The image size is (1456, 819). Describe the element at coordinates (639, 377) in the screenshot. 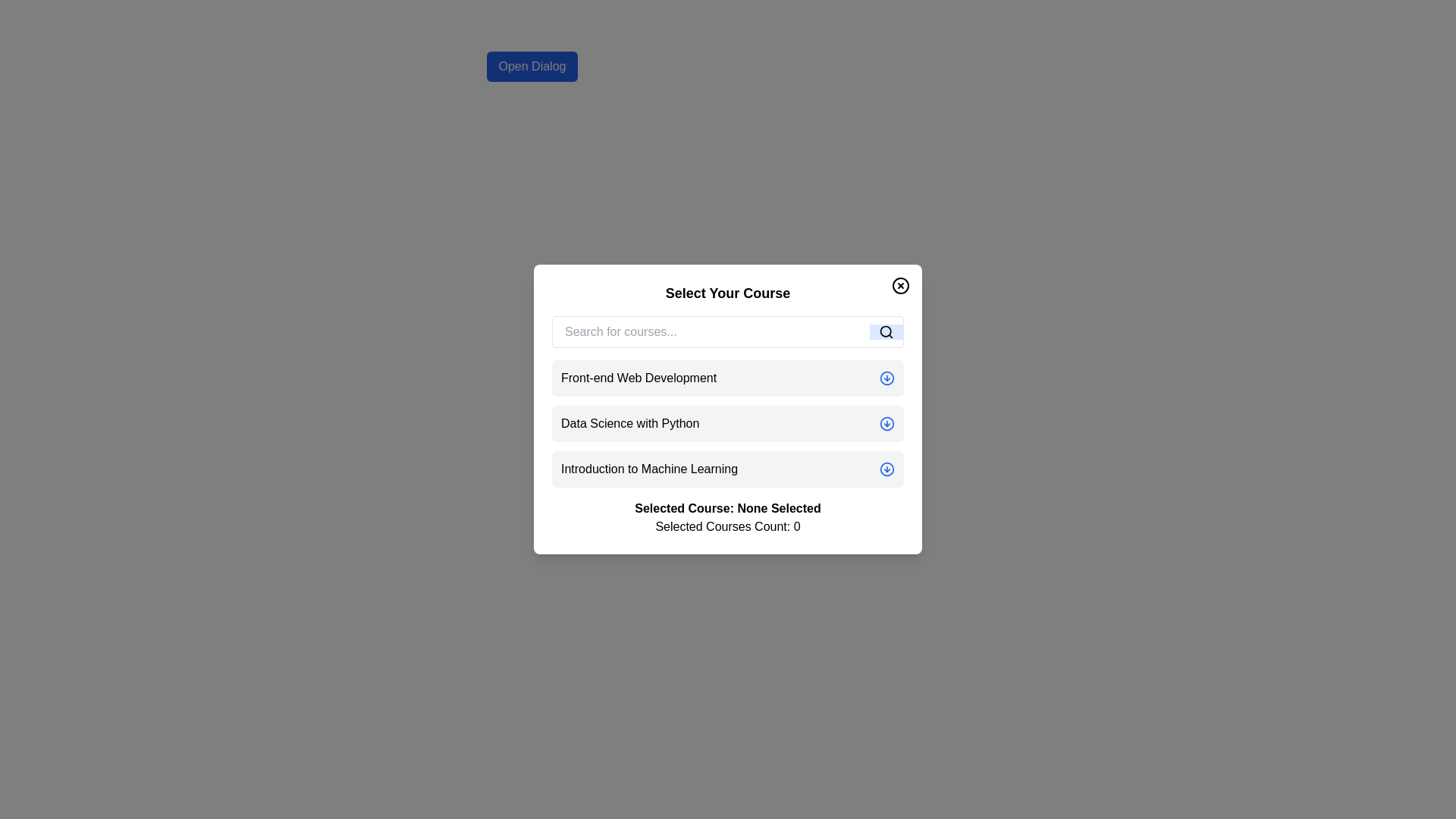

I see `the static text label displaying 'Front-end Web Development', which is the first item in the list of selectable courses in the dialog box with a light gray background` at that location.